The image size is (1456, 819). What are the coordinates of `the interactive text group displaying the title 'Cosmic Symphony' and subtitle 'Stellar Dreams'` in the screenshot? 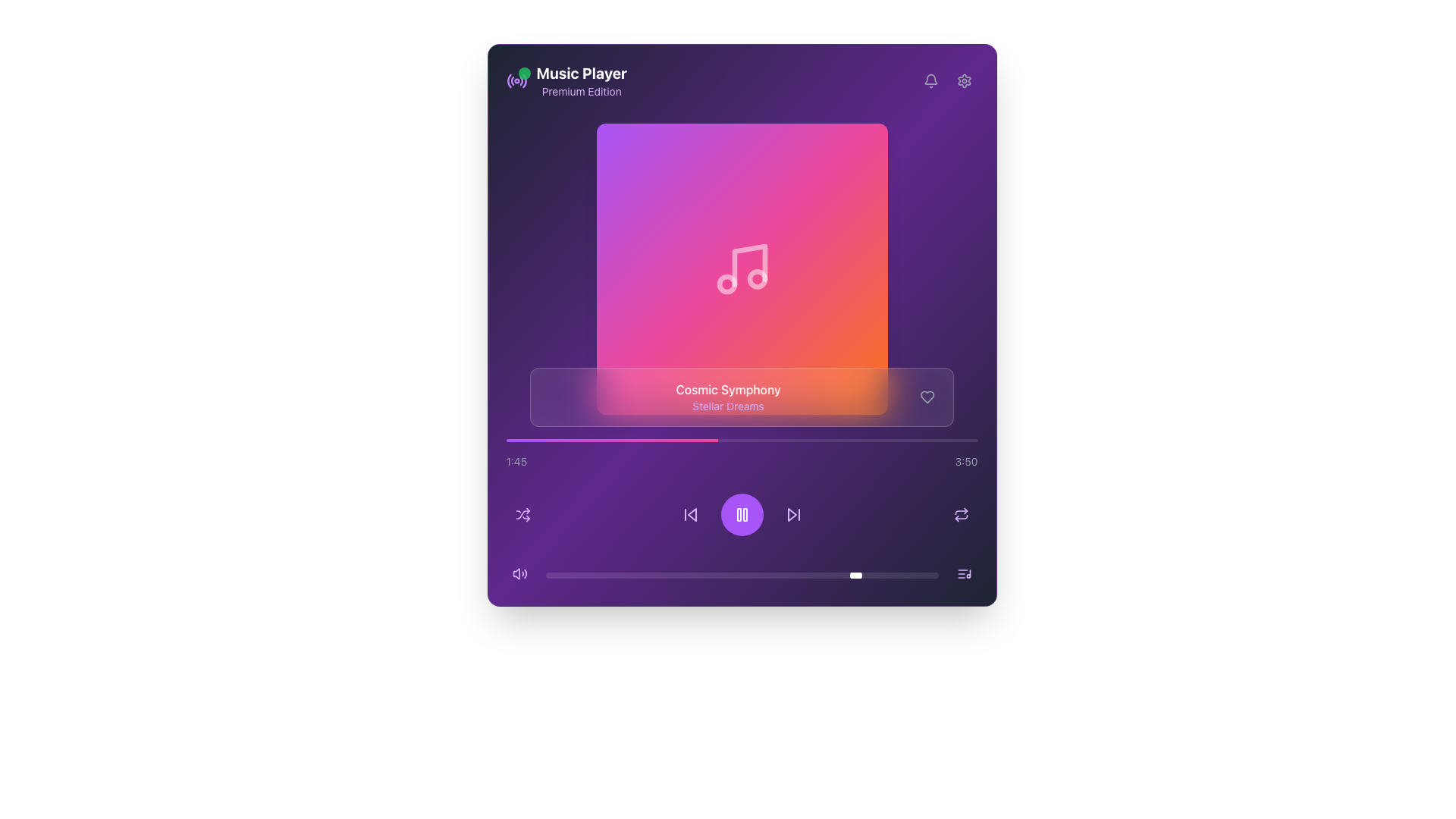 It's located at (742, 397).